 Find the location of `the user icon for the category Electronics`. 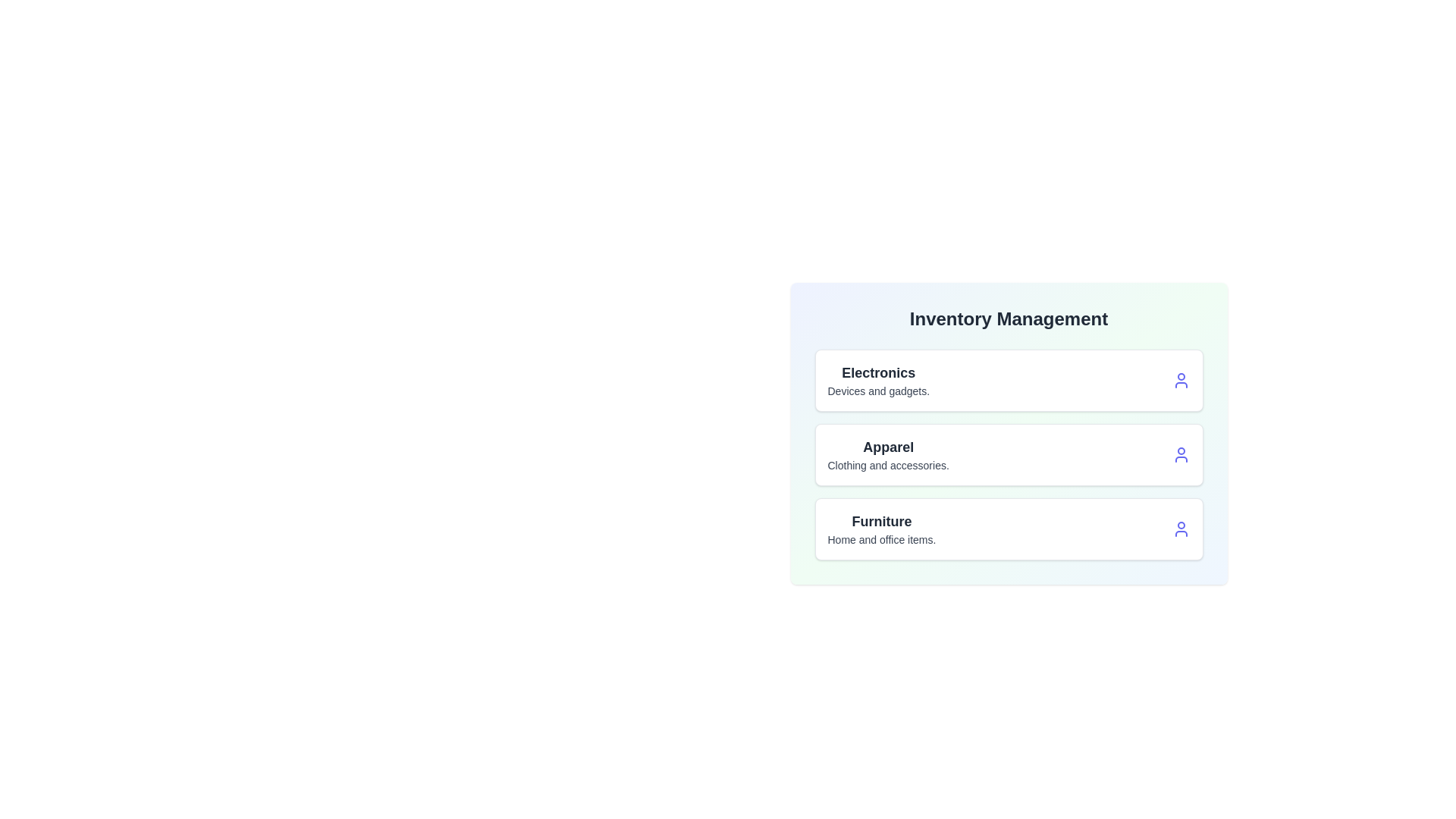

the user icon for the category Electronics is located at coordinates (1180, 379).